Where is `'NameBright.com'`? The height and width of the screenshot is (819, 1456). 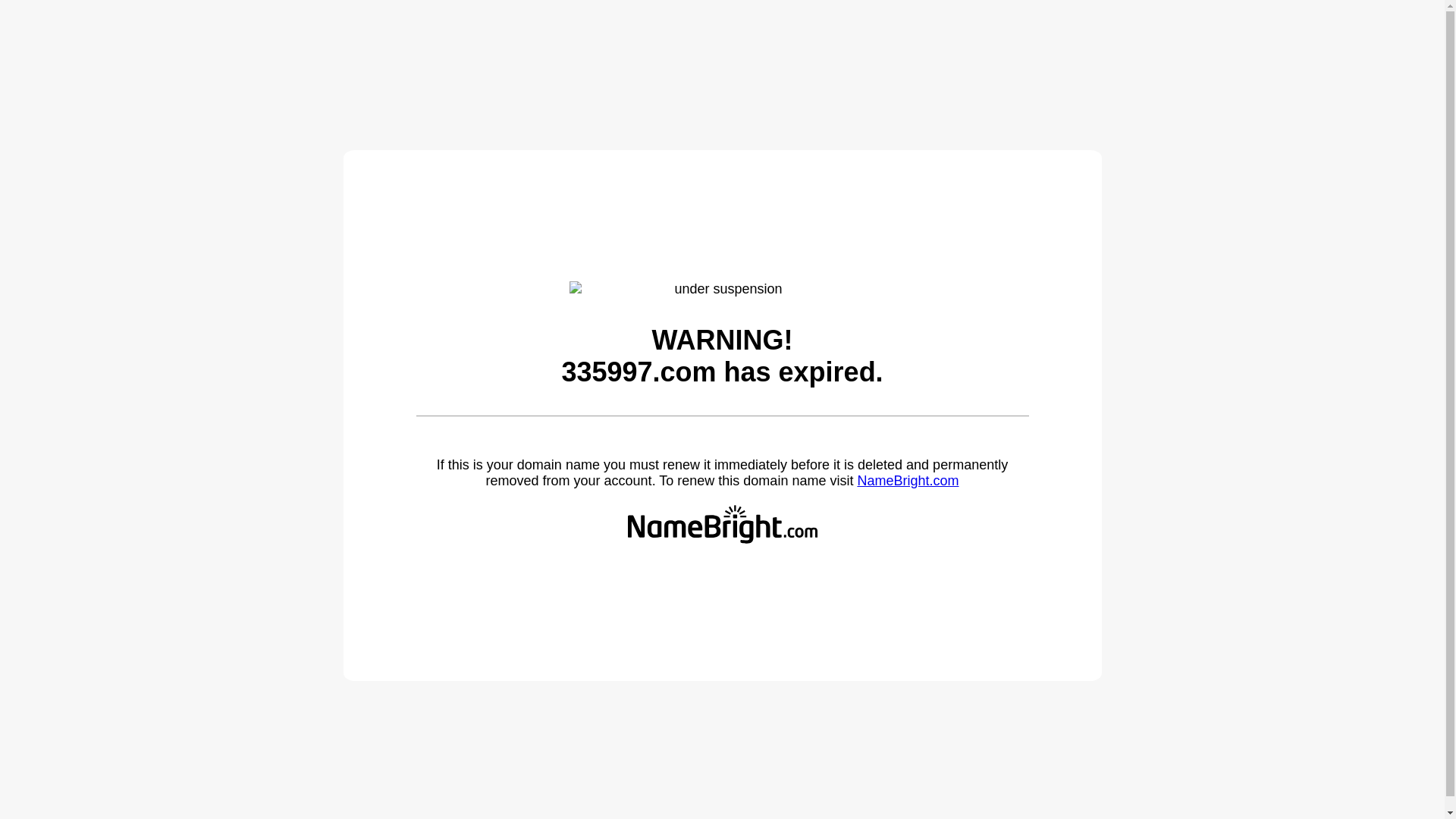
'NameBright.com' is located at coordinates (907, 480).